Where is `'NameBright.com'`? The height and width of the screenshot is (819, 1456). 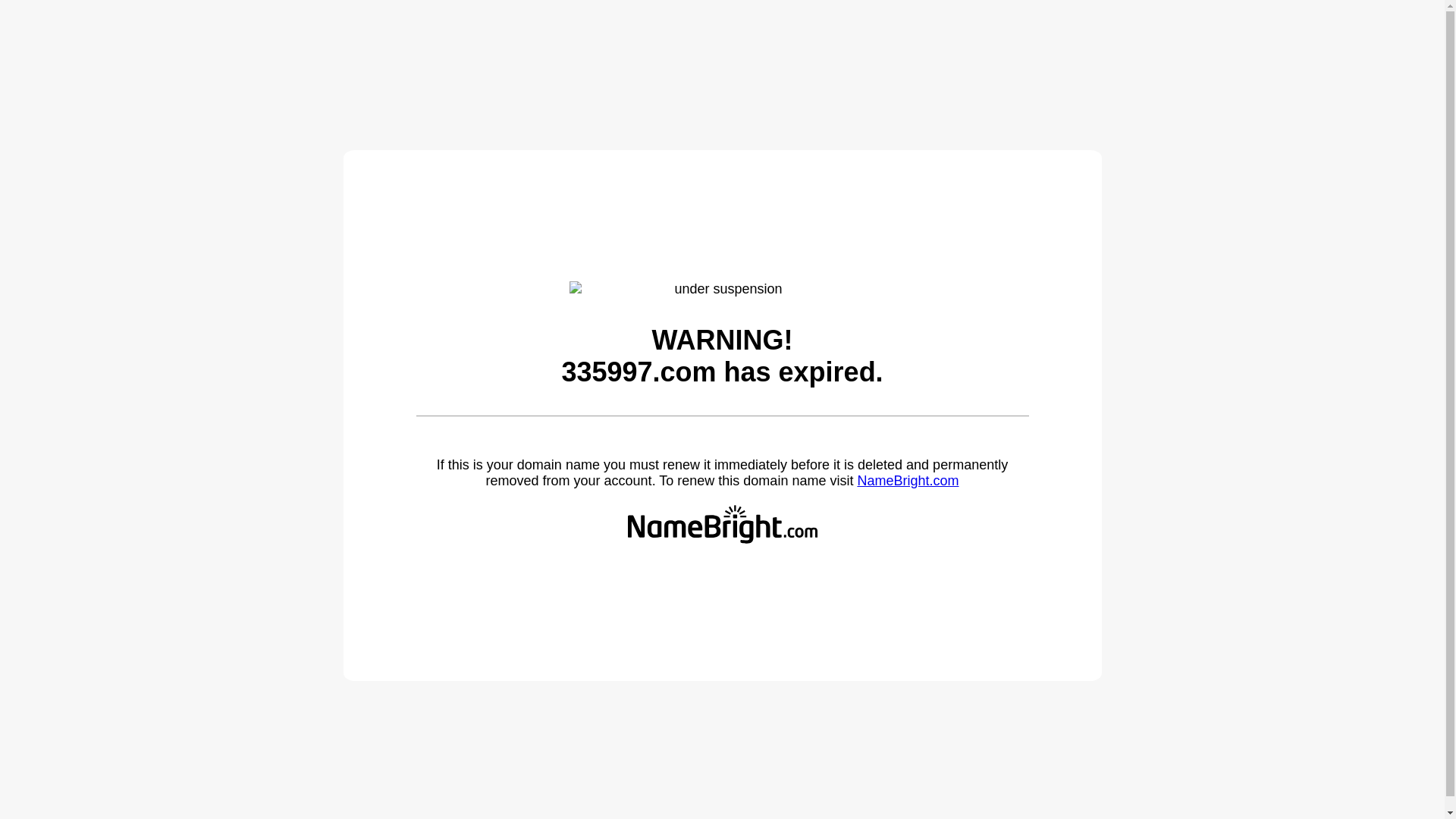
'NameBright.com' is located at coordinates (907, 480).